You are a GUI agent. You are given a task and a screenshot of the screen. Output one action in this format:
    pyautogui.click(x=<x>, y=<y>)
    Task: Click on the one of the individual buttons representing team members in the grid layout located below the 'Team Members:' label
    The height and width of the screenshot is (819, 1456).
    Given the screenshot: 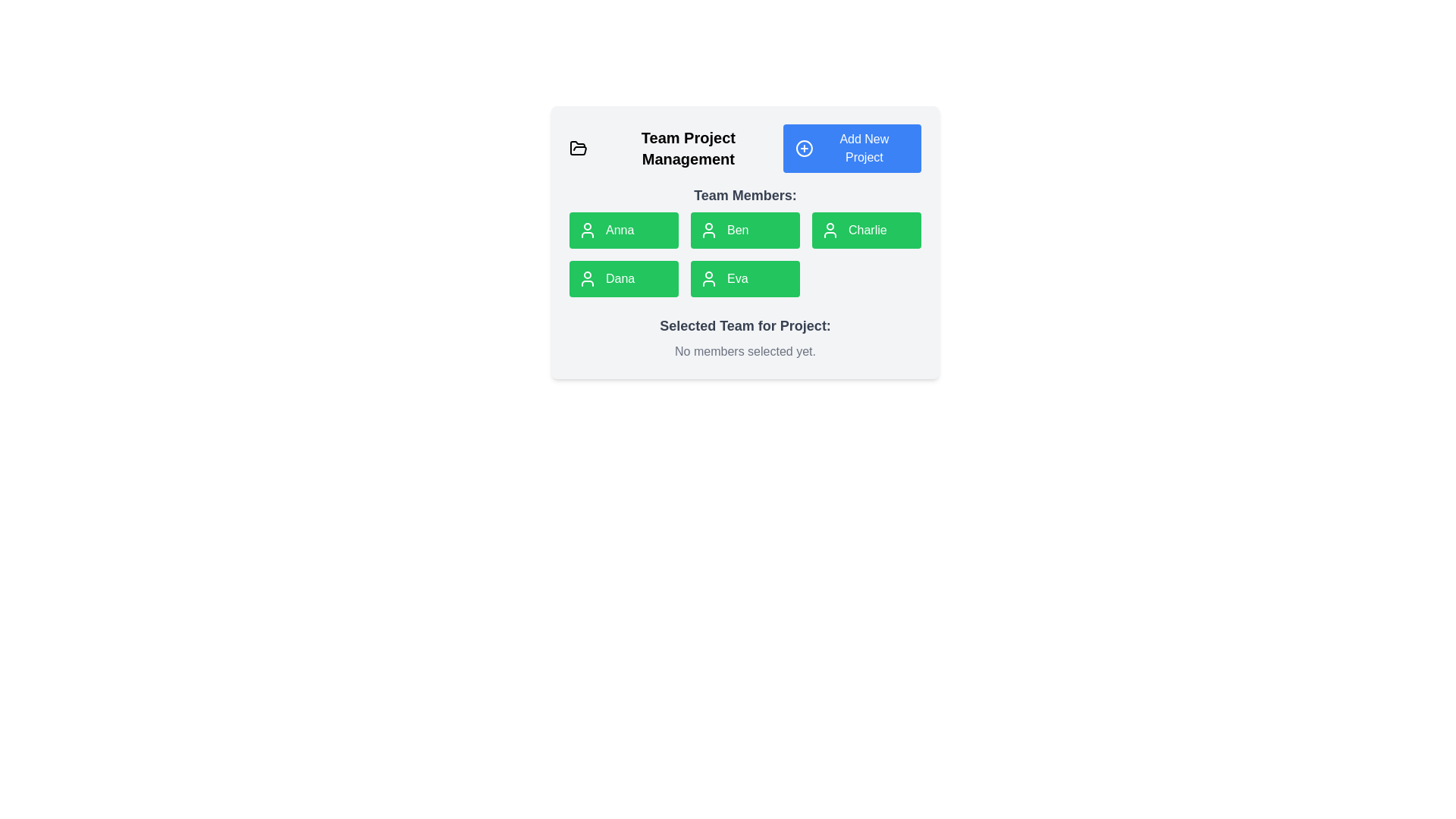 What is the action you would take?
    pyautogui.click(x=745, y=253)
    